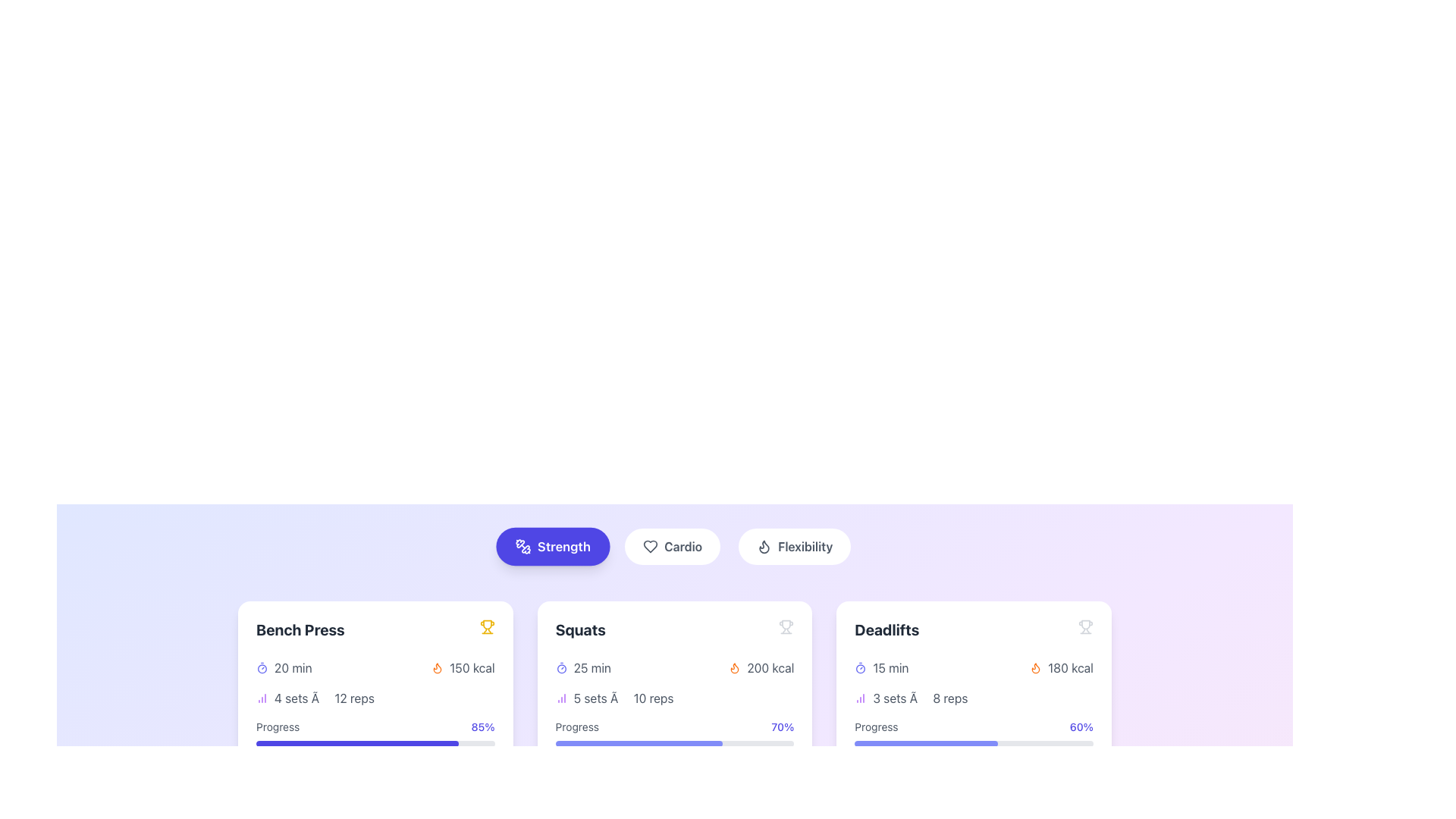 This screenshot has width=1456, height=819. I want to click on the static text label that describes the percentage value displayed next to it, indicating progress in a task, located in the leftmost card of a three-card arrangement, so click(278, 726).